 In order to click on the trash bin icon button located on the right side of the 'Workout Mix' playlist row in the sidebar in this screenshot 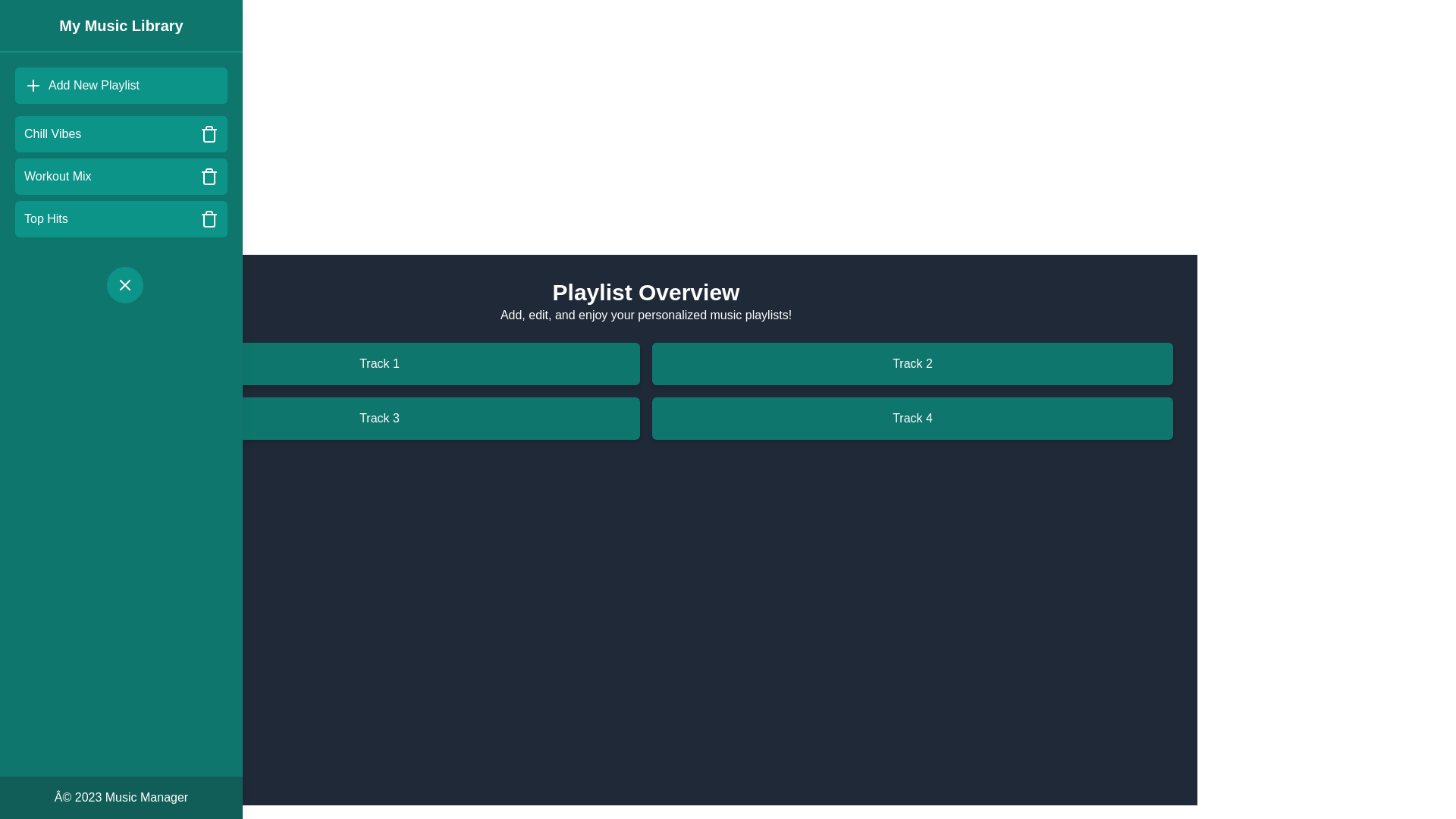, I will do `click(208, 175)`.